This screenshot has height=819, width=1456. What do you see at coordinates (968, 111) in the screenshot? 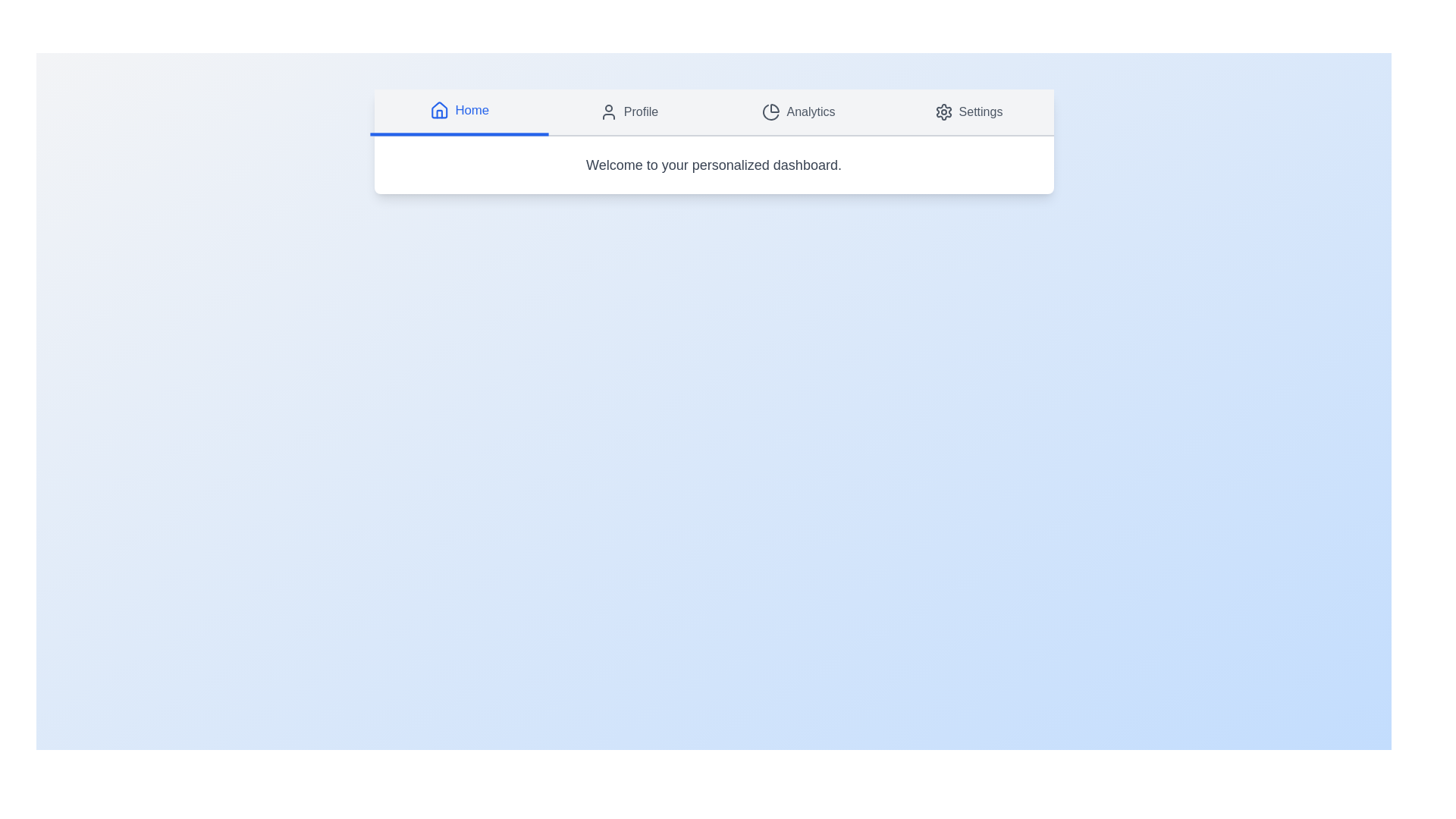
I see `the Settings tab` at bounding box center [968, 111].